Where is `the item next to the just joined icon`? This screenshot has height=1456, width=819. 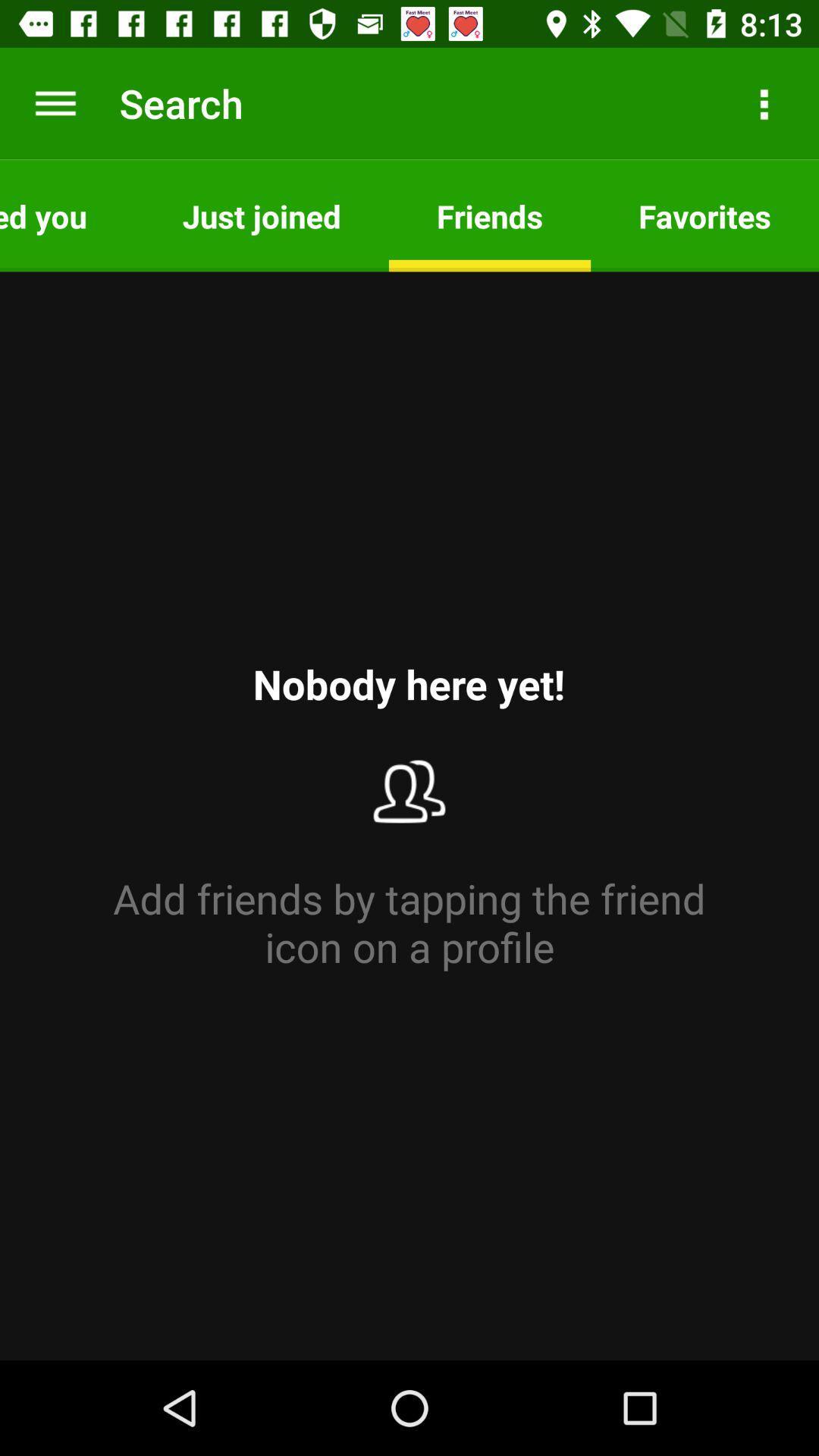
the item next to the just joined icon is located at coordinates (66, 215).